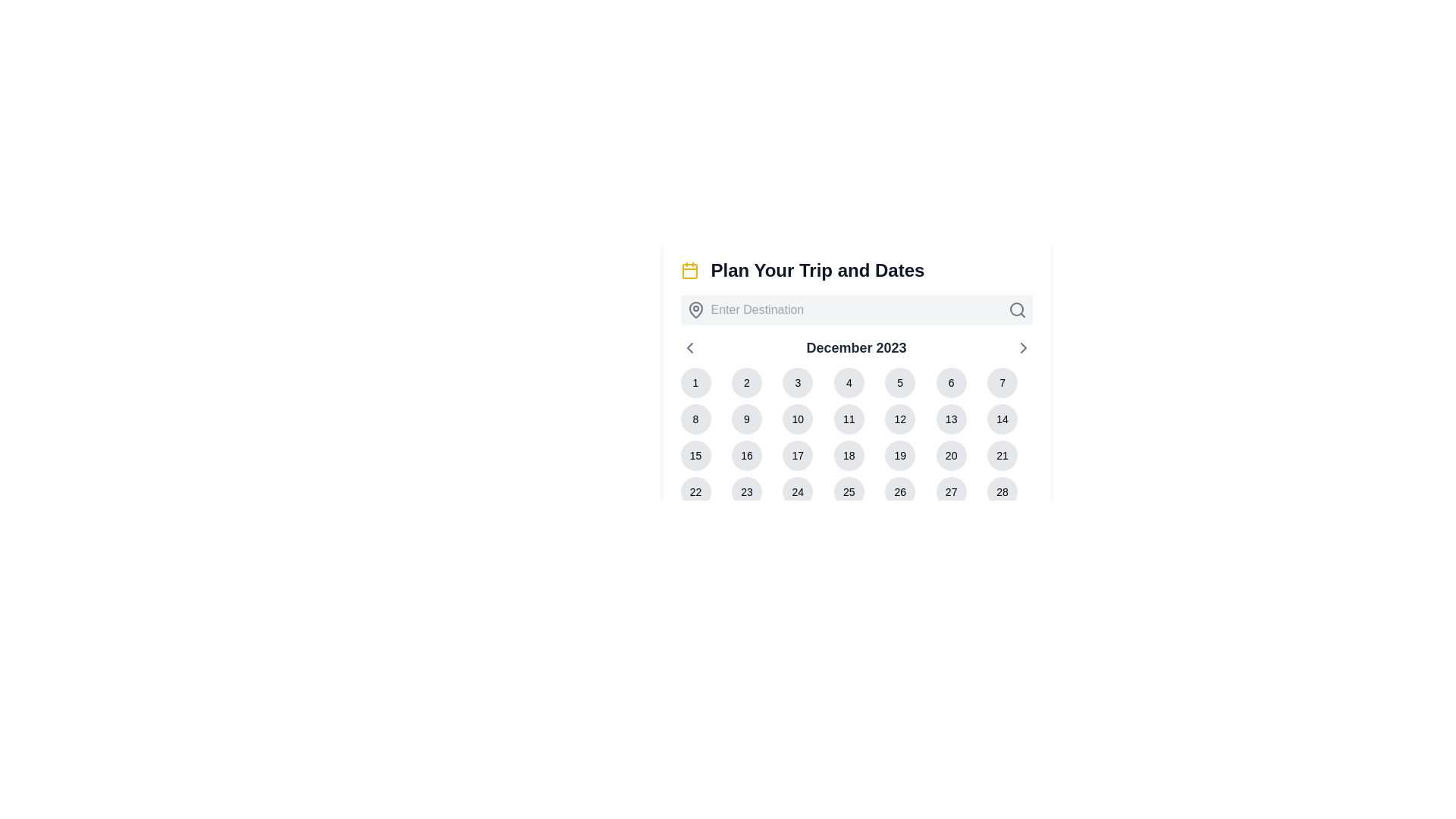  What do you see at coordinates (1023, 348) in the screenshot?
I see `the right-facing chevron arrow icon in the top-right corner of the calendar interface` at bounding box center [1023, 348].